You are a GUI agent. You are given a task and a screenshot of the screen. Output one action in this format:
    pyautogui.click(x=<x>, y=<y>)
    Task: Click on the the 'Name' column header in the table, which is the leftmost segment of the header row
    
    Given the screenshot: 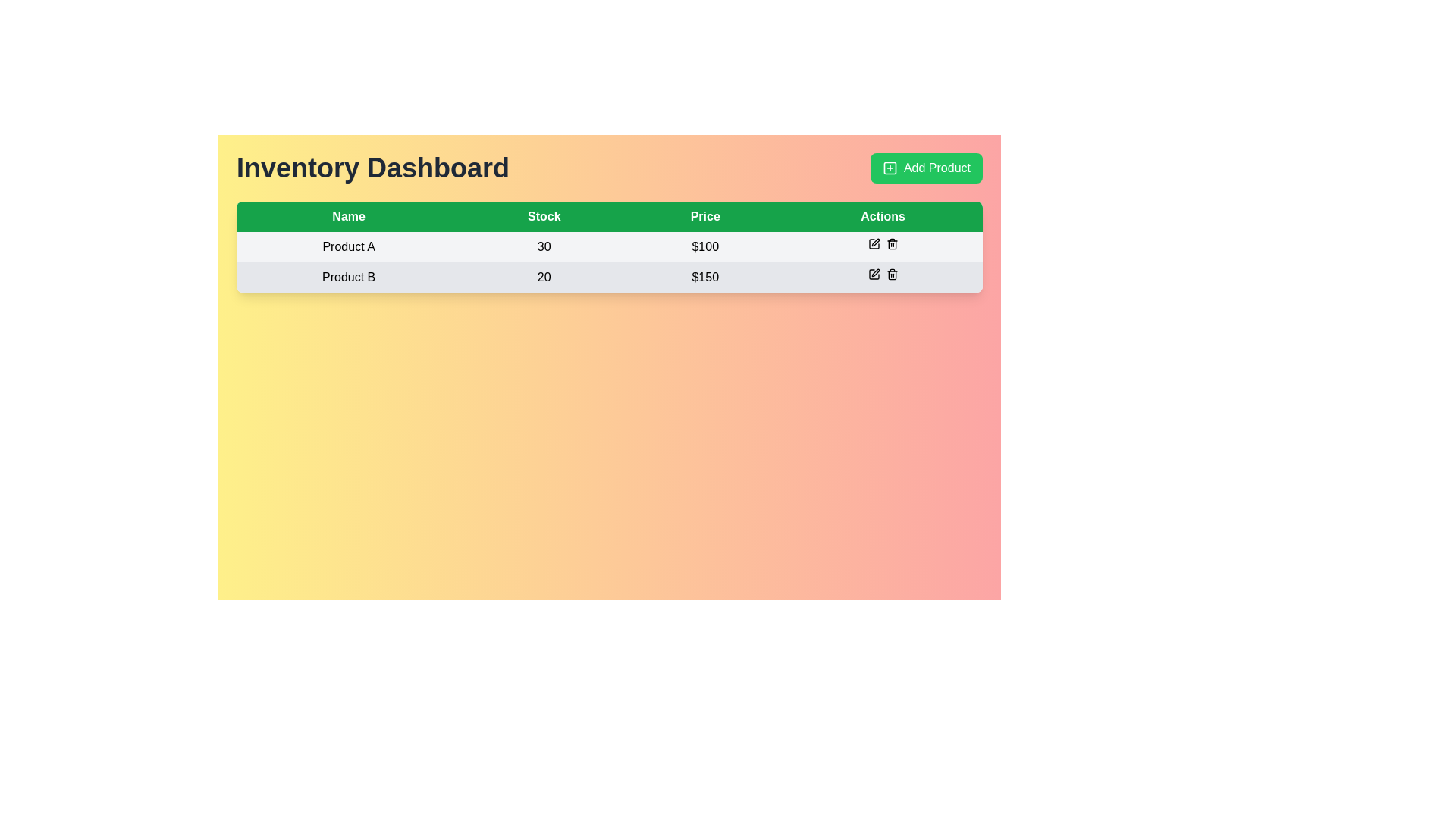 What is the action you would take?
    pyautogui.click(x=348, y=216)
    